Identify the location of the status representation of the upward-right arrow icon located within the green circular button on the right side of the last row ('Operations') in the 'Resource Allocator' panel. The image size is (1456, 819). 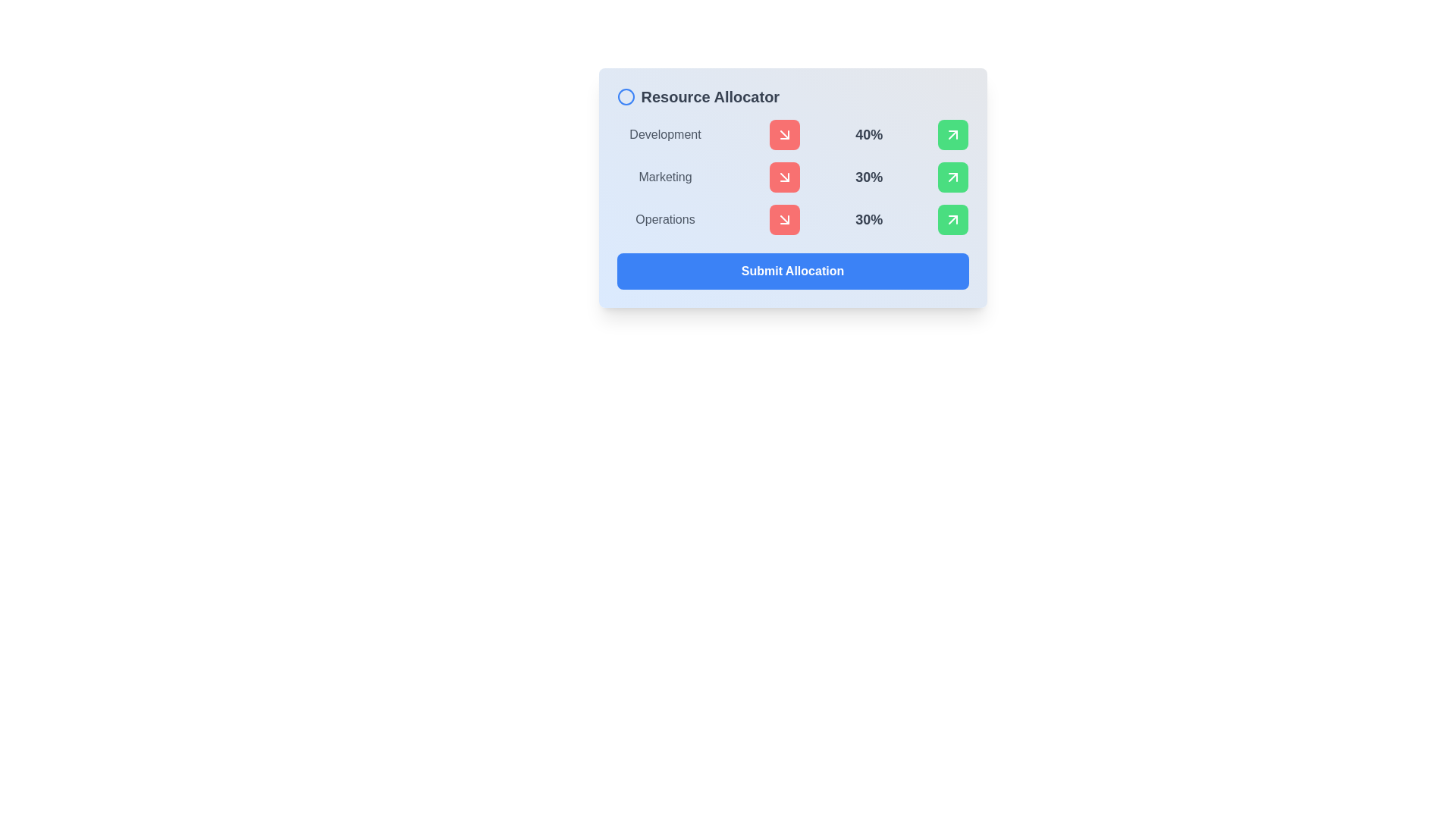
(952, 133).